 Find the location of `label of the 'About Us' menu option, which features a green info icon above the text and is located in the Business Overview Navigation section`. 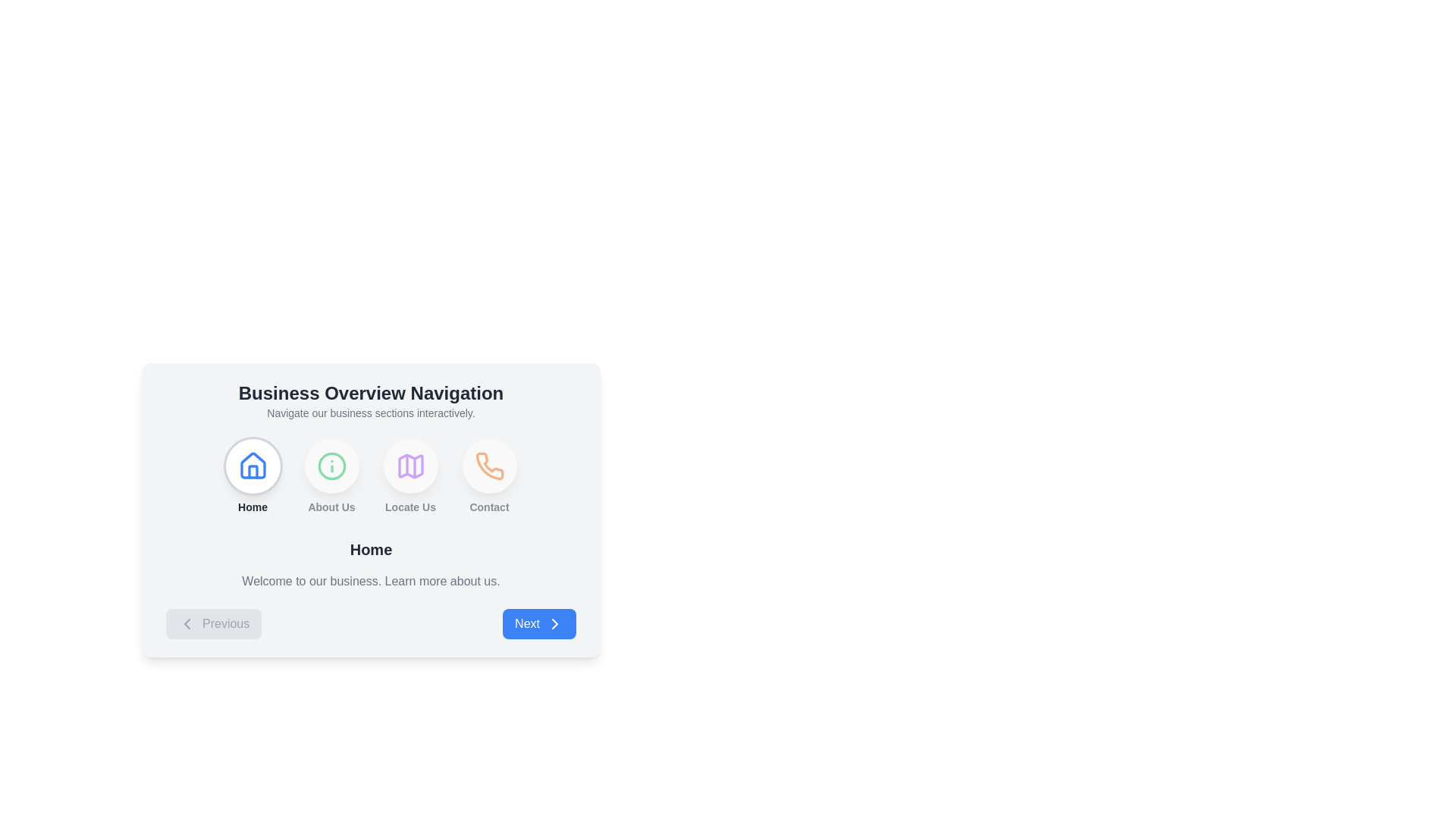

label of the 'About Us' menu option, which features a green info icon above the text and is located in the Business Overview Navigation section is located at coordinates (331, 475).